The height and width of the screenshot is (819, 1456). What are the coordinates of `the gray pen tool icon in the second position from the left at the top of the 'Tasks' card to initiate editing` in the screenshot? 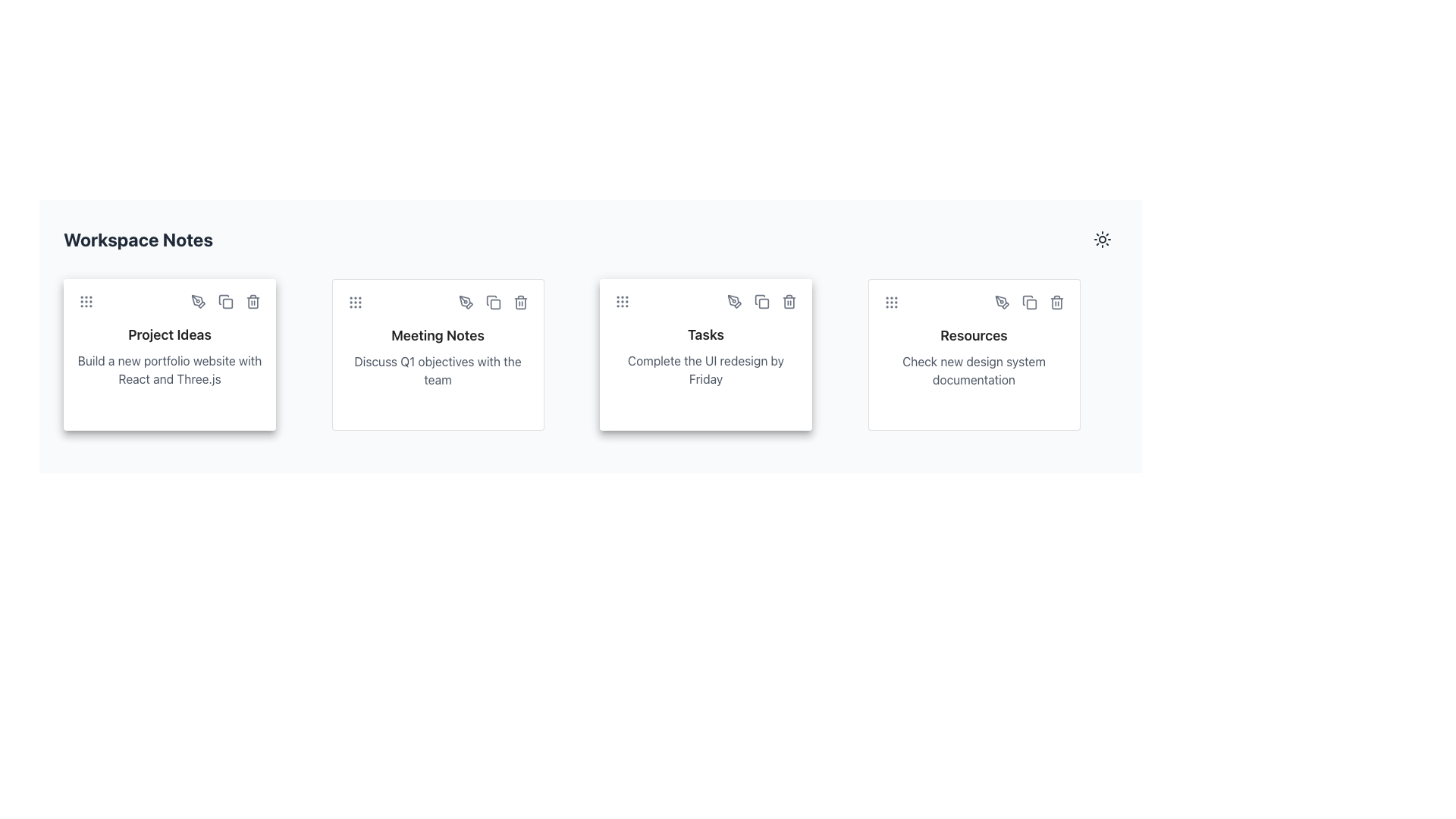 It's located at (735, 301).